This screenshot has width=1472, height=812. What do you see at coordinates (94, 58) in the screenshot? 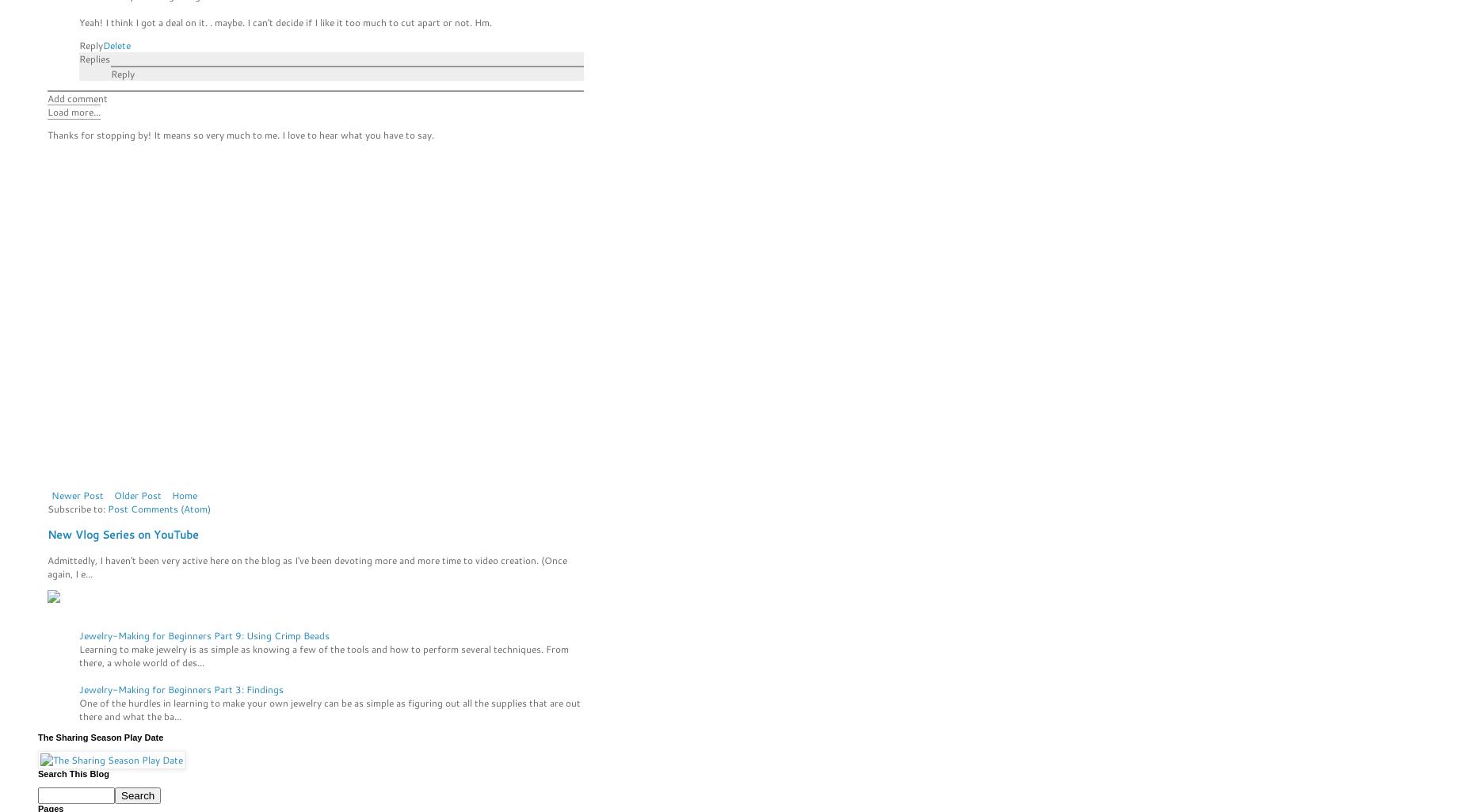
I see `'Replies'` at bounding box center [94, 58].